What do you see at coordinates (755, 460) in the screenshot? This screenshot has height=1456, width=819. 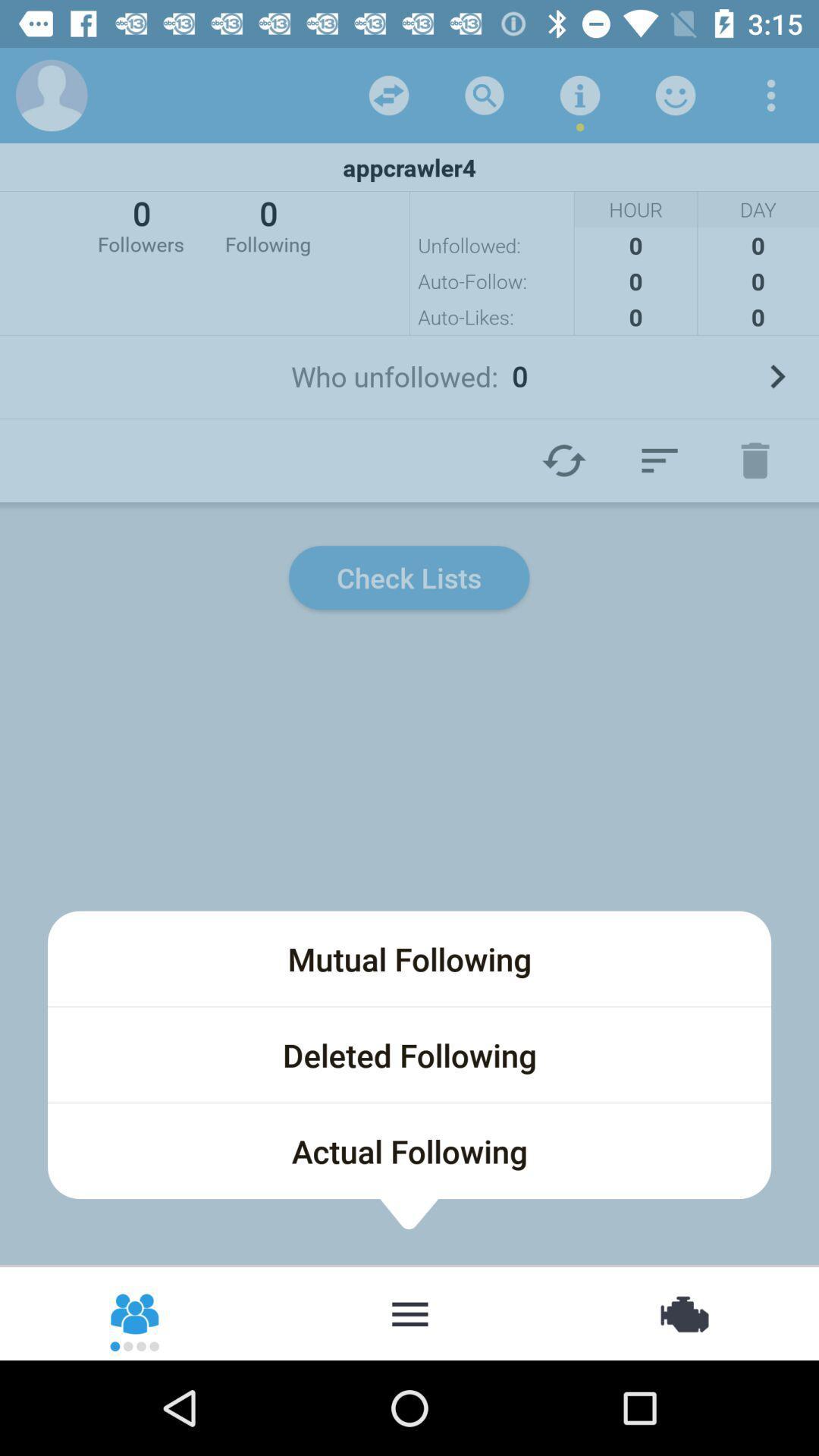 I see `delete` at bounding box center [755, 460].